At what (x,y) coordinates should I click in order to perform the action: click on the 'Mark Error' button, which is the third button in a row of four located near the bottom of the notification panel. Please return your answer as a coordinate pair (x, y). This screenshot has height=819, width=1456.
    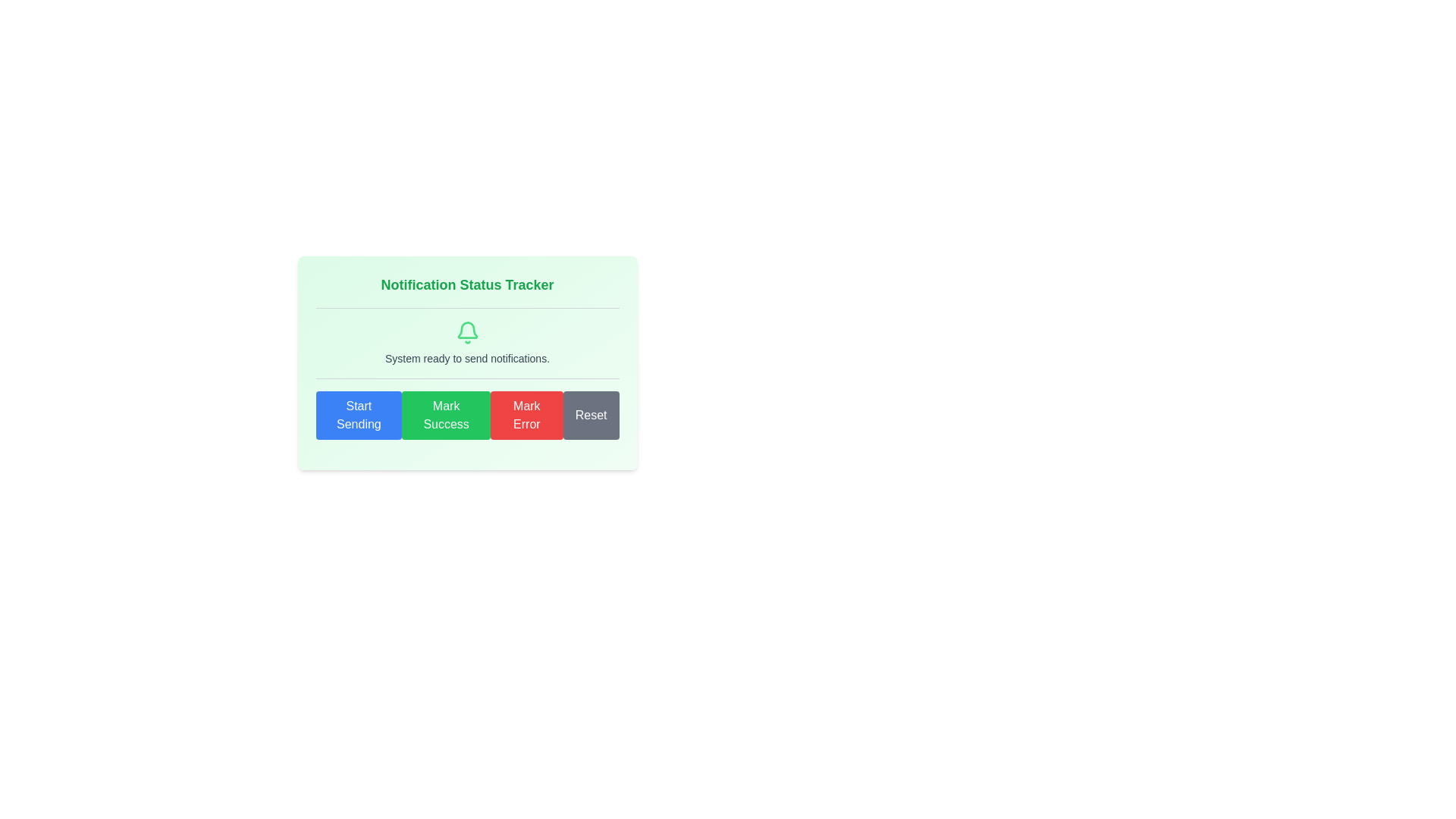
    Looking at the image, I should click on (526, 415).